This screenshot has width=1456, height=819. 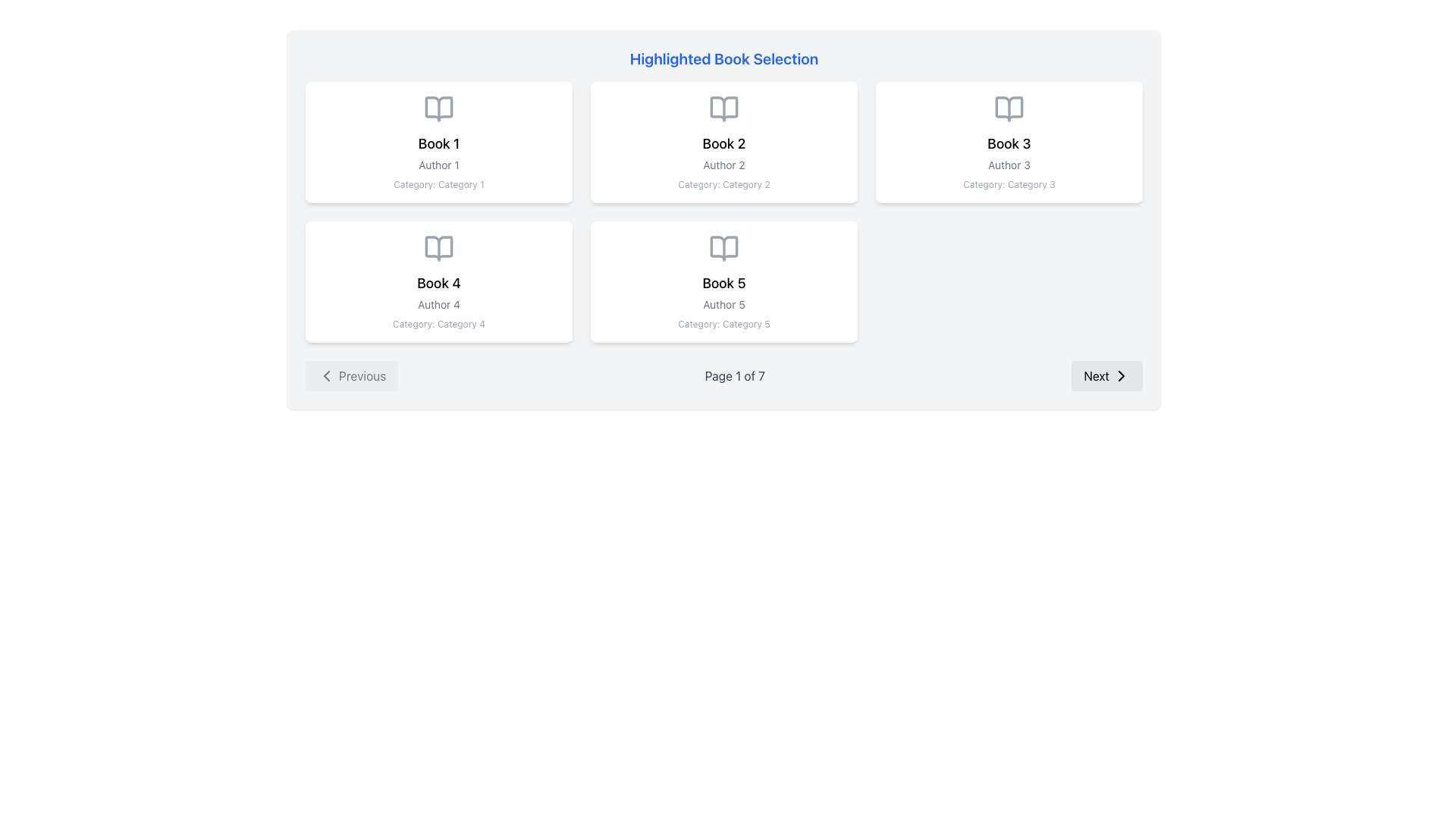 I want to click on the simplified, open book icon with a gray outline located in the 'Highlighted Book Selection' section within the card labeled 'Book 5', so click(x=723, y=247).